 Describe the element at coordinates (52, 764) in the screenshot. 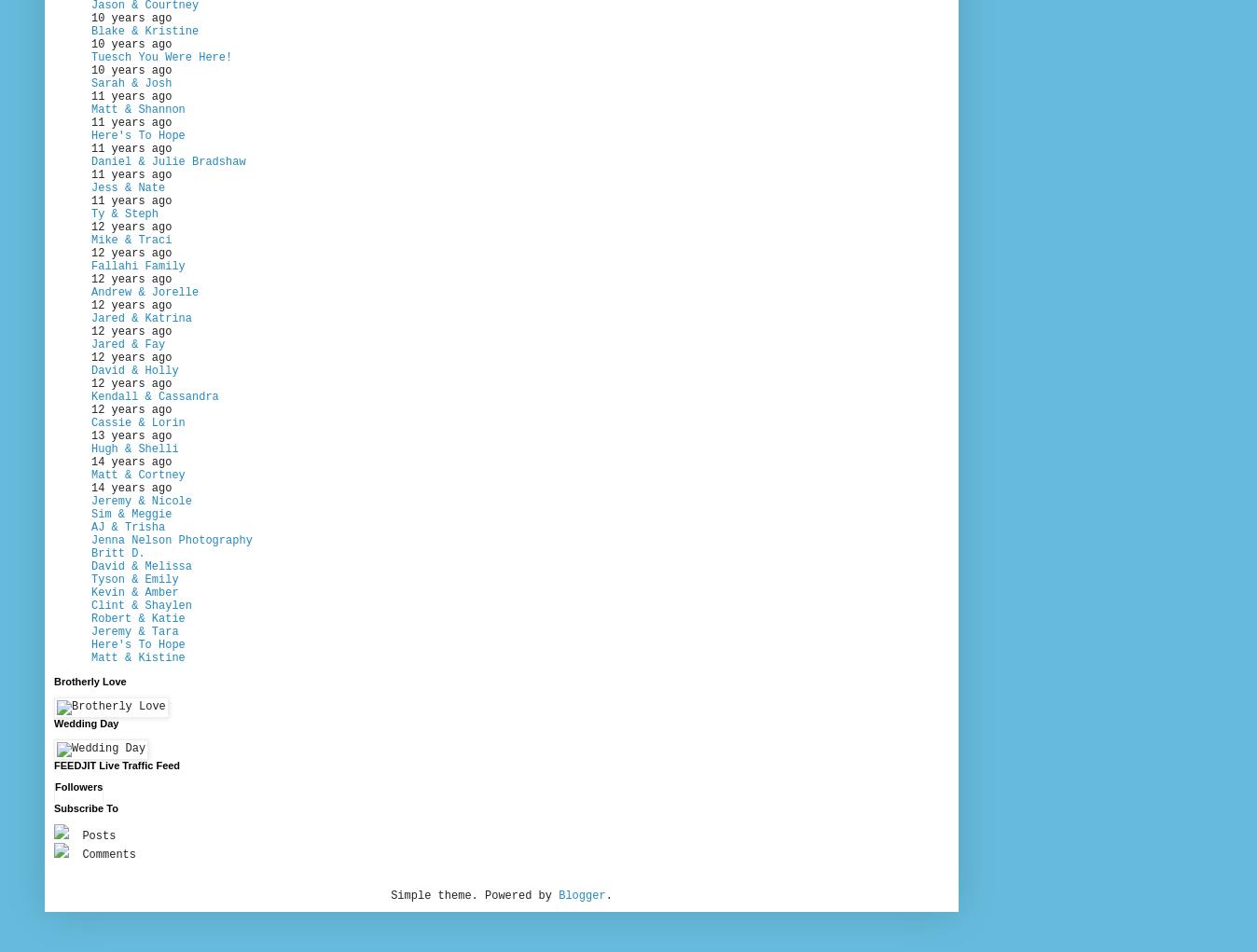

I see `'FEEDJIT Live Traffic Feed'` at that location.